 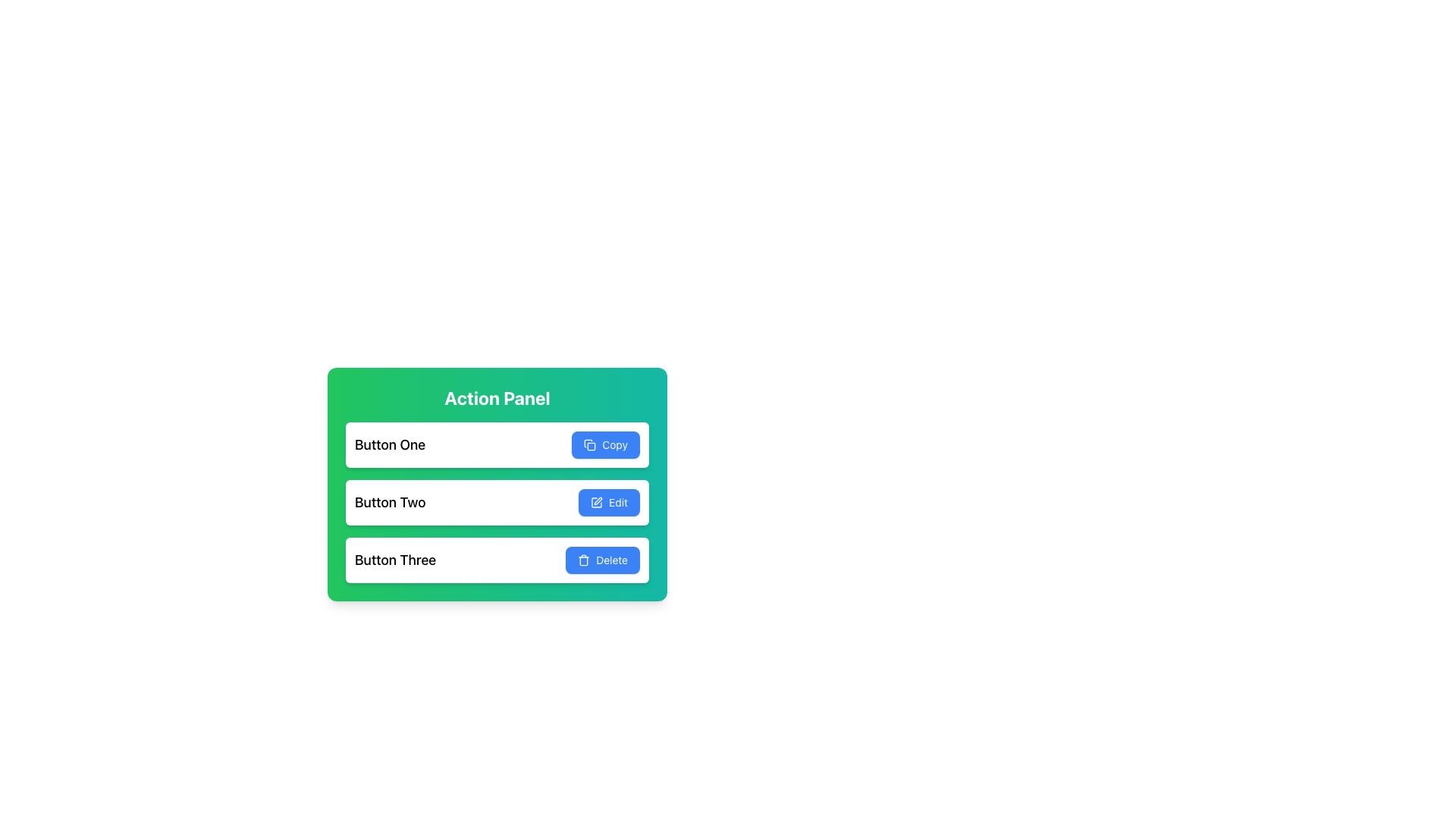 I want to click on text from the 'Action Panel' label, which is displayed in bold, white font at the top of a green-teal gradient panel, so click(x=497, y=397).